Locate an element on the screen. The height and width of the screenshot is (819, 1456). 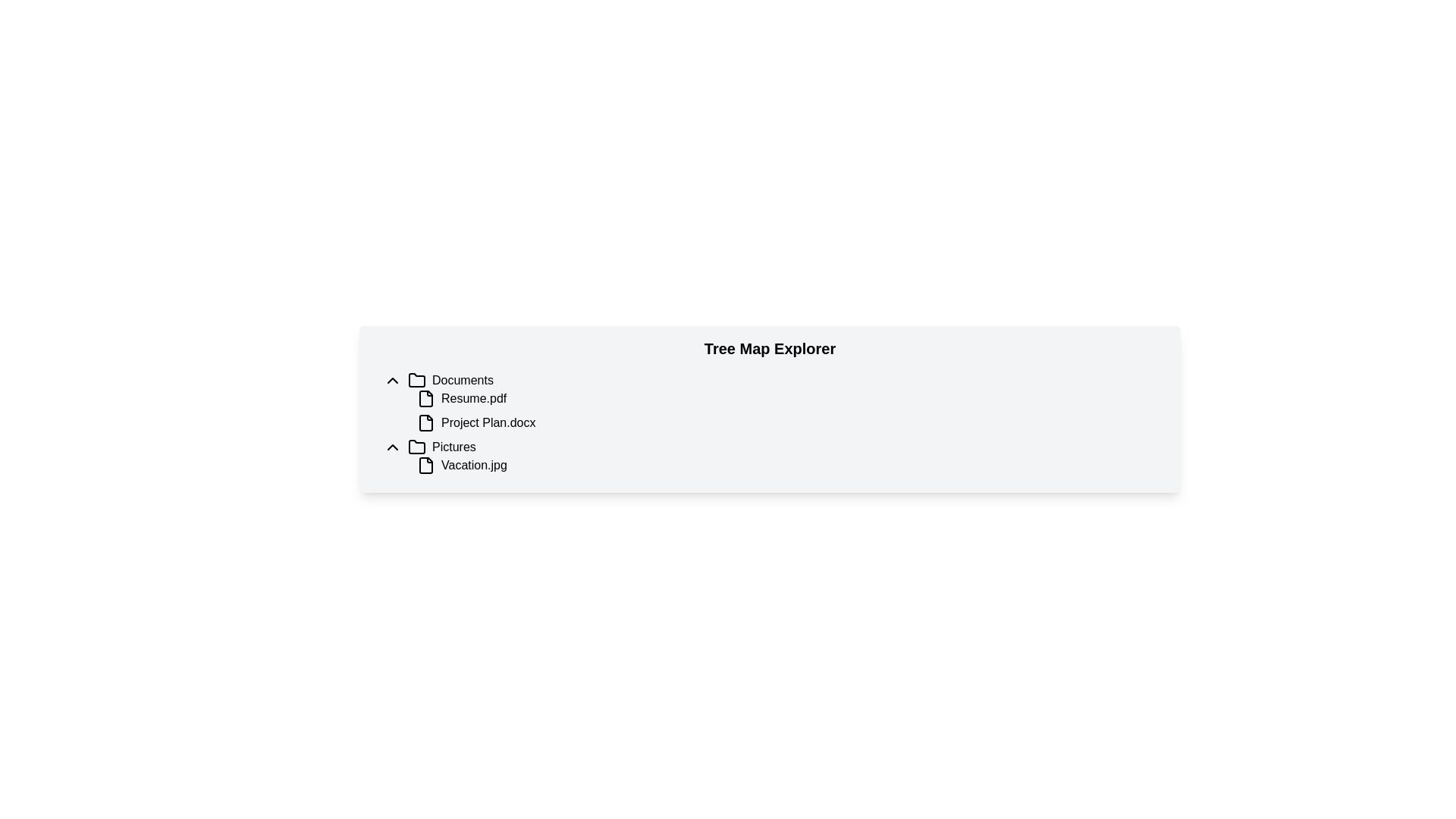
the rectangular icon resembling a document with a folded corner, located to the left of the filename 'Vacation.jpg' in the 'Pictures' directory of the 'Tree Map Explorer' interface is located at coordinates (425, 464).